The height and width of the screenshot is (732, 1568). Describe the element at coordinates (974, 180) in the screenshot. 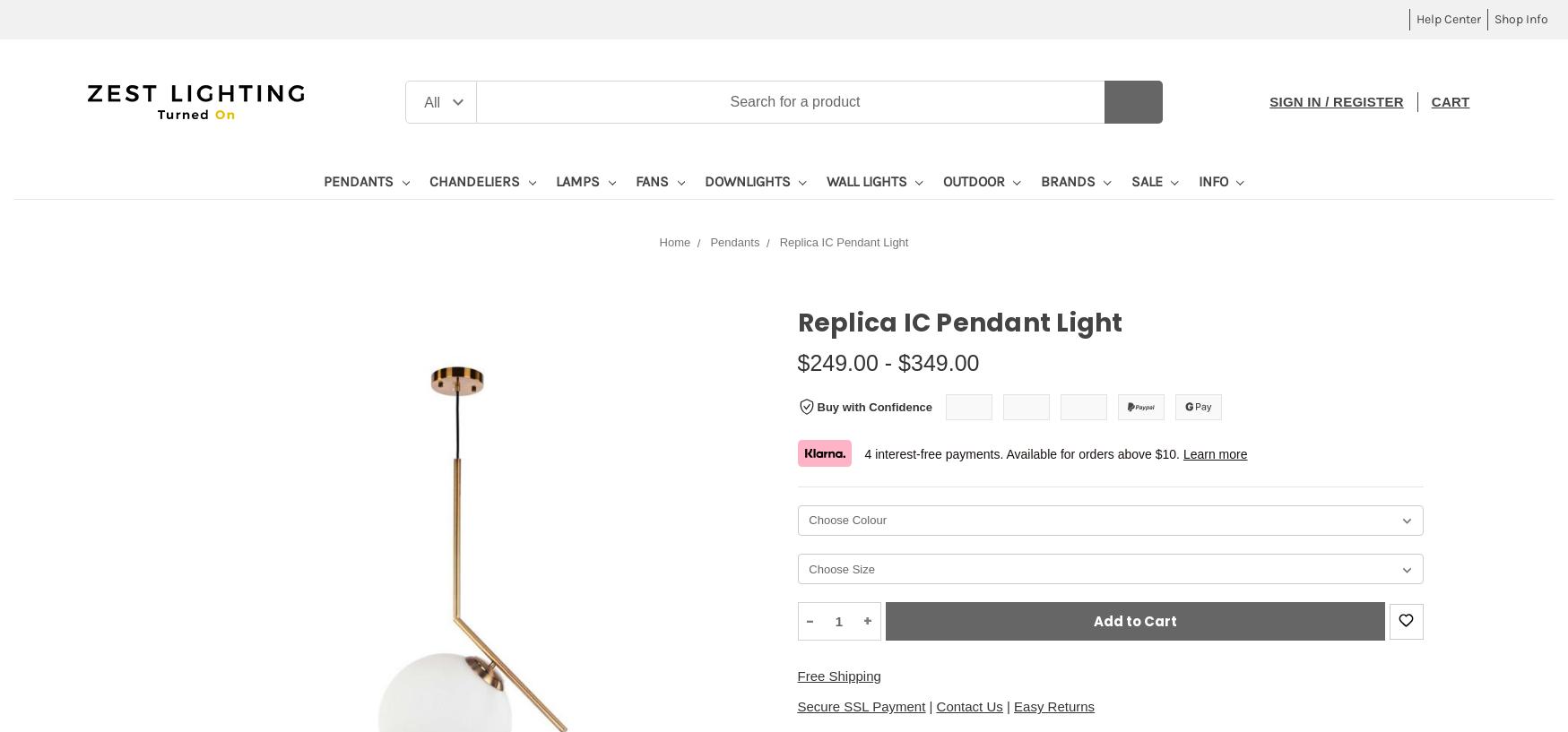

I see `'Outdoor'` at that location.